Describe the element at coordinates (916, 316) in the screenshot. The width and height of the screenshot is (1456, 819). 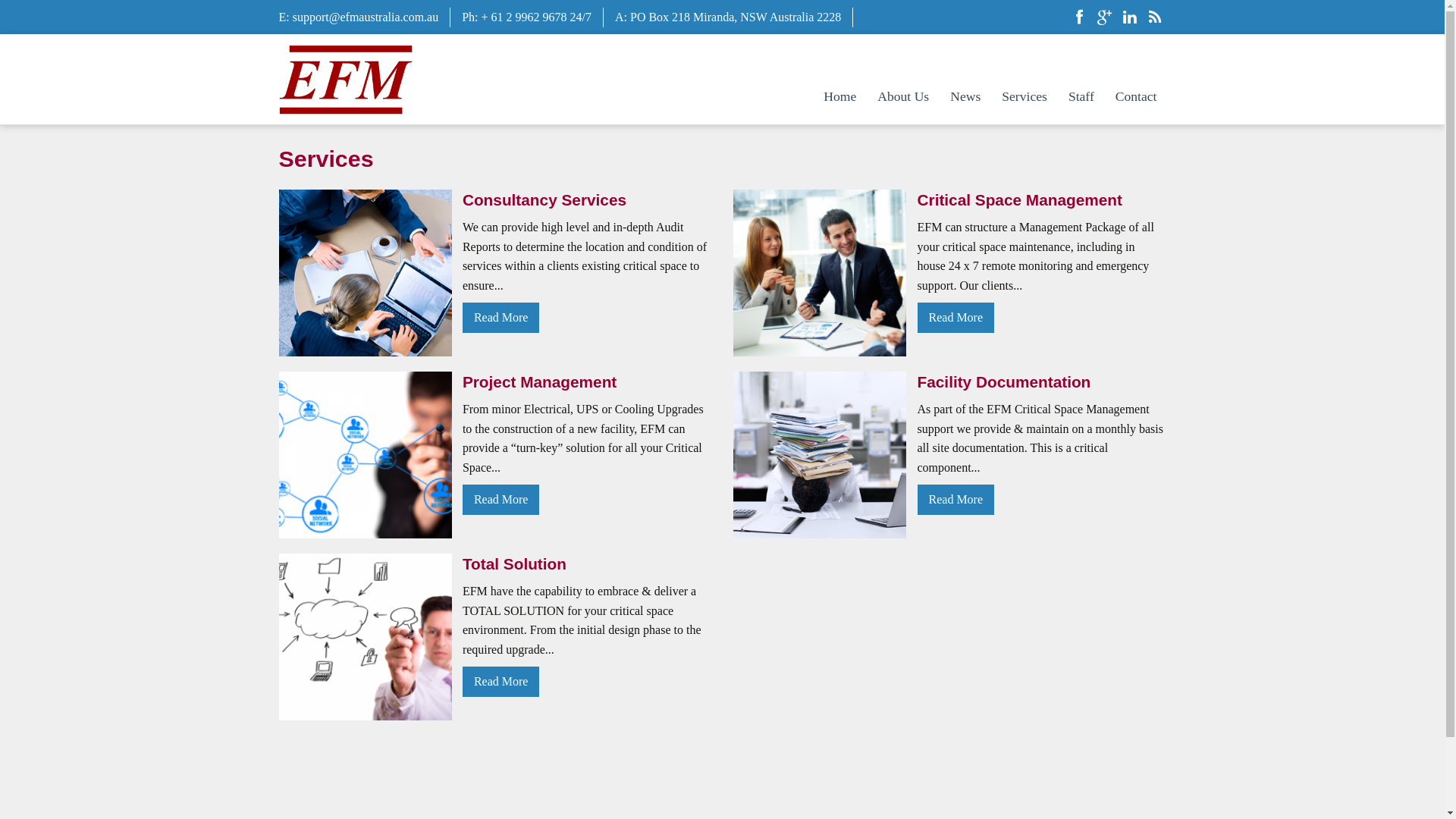
I see `'Read More'` at that location.